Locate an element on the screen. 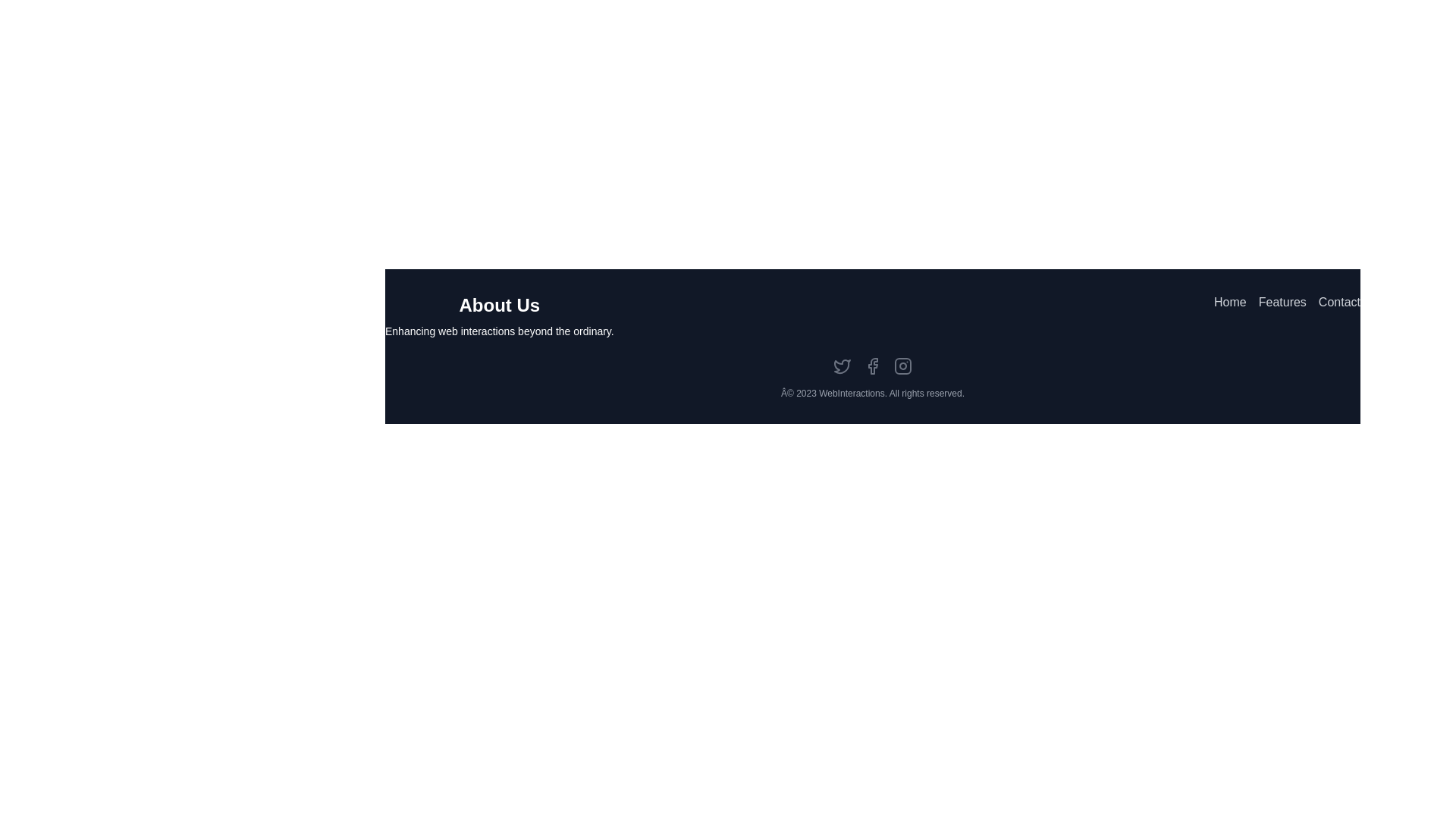  the first SVG icon representing a Twitter link, which is located in a horizontal row of social media icons at the bottom center of the interface is located at coordinates (841, 366).